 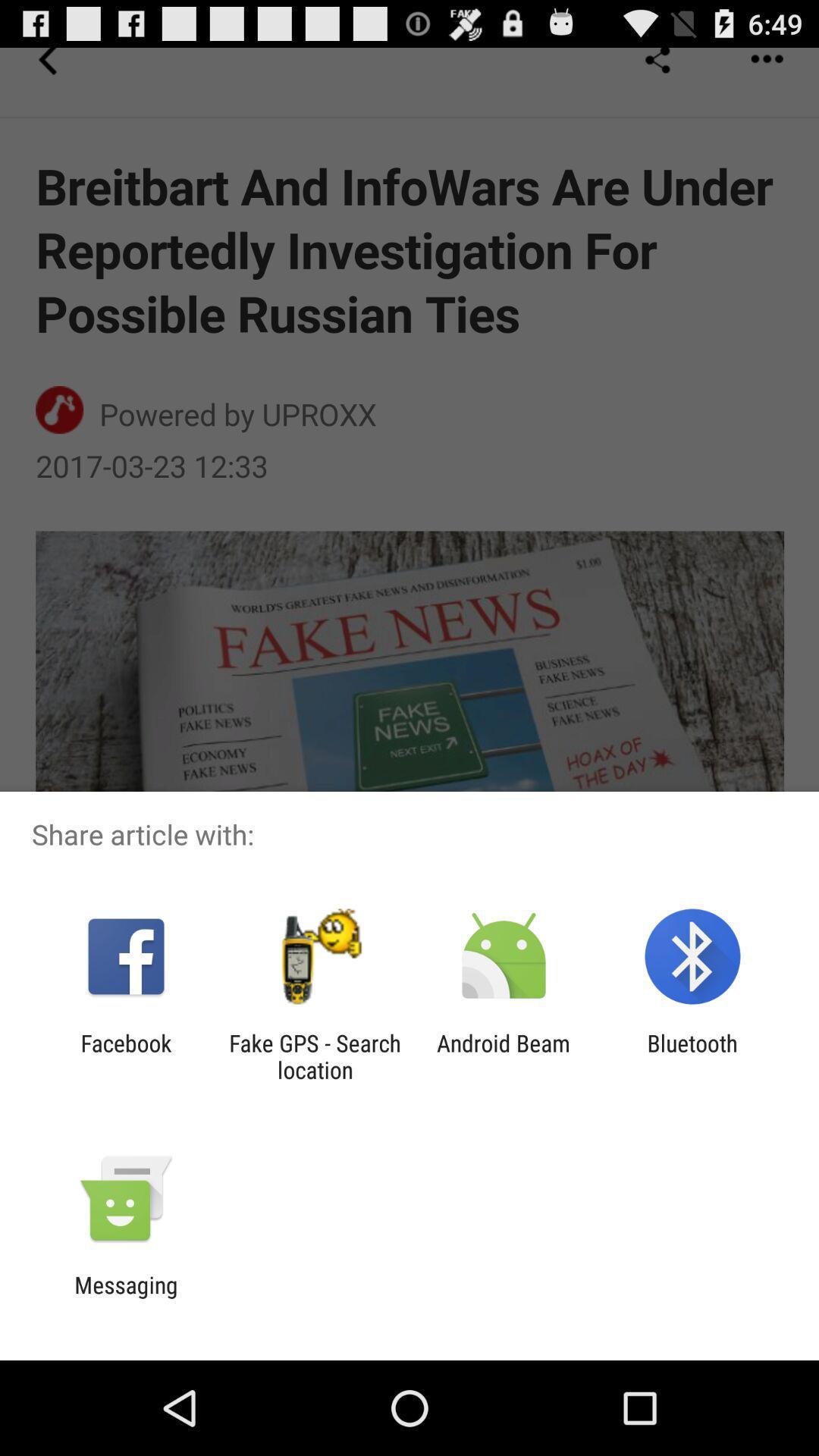 I want to click on the item next to the facebook app, so click(x=314, y=1056).